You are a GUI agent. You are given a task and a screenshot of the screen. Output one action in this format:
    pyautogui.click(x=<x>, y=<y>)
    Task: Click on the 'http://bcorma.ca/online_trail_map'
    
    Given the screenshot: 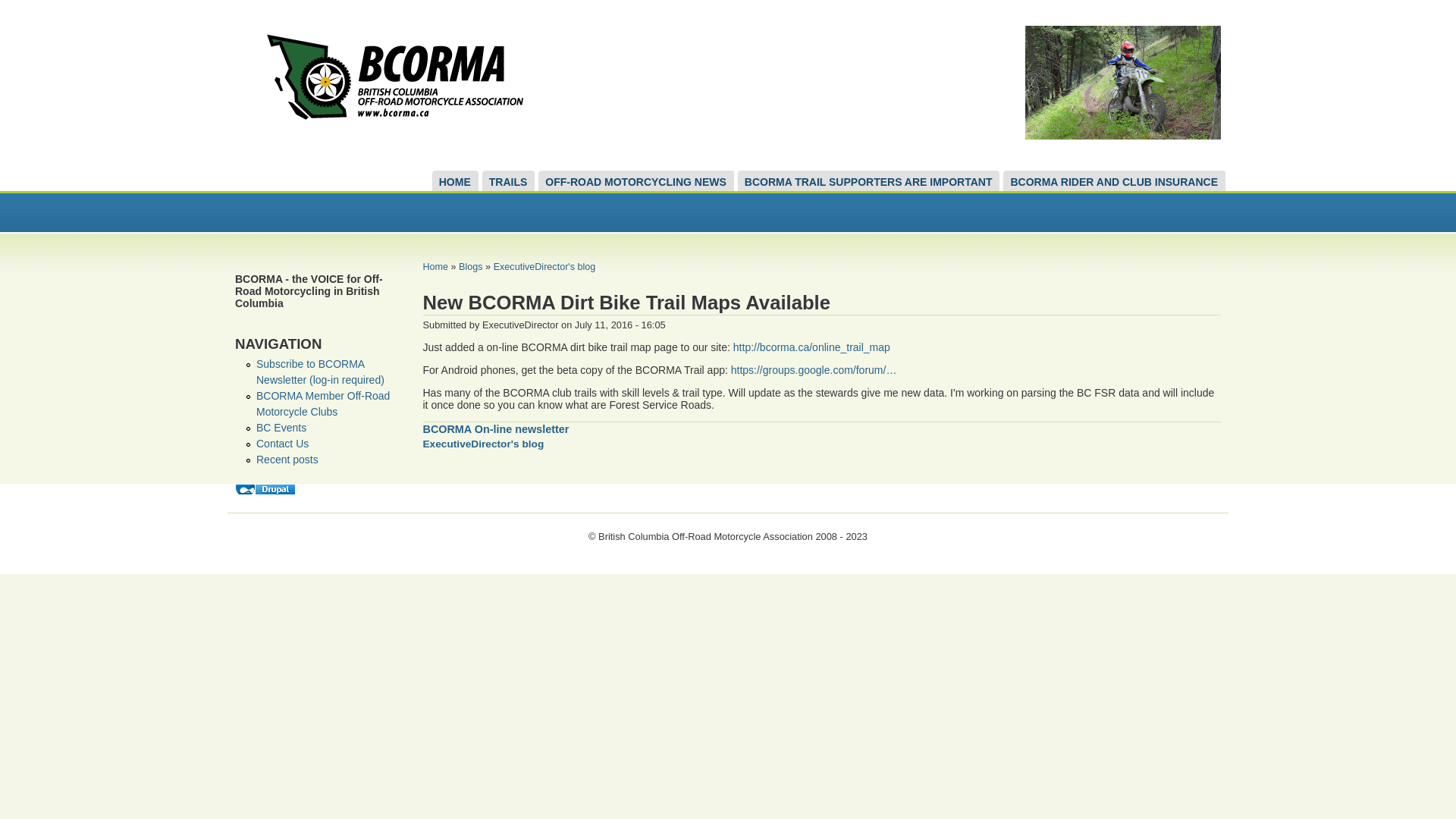 What is the action you would take?
    pyautogui.click(x=811, y=347)
    